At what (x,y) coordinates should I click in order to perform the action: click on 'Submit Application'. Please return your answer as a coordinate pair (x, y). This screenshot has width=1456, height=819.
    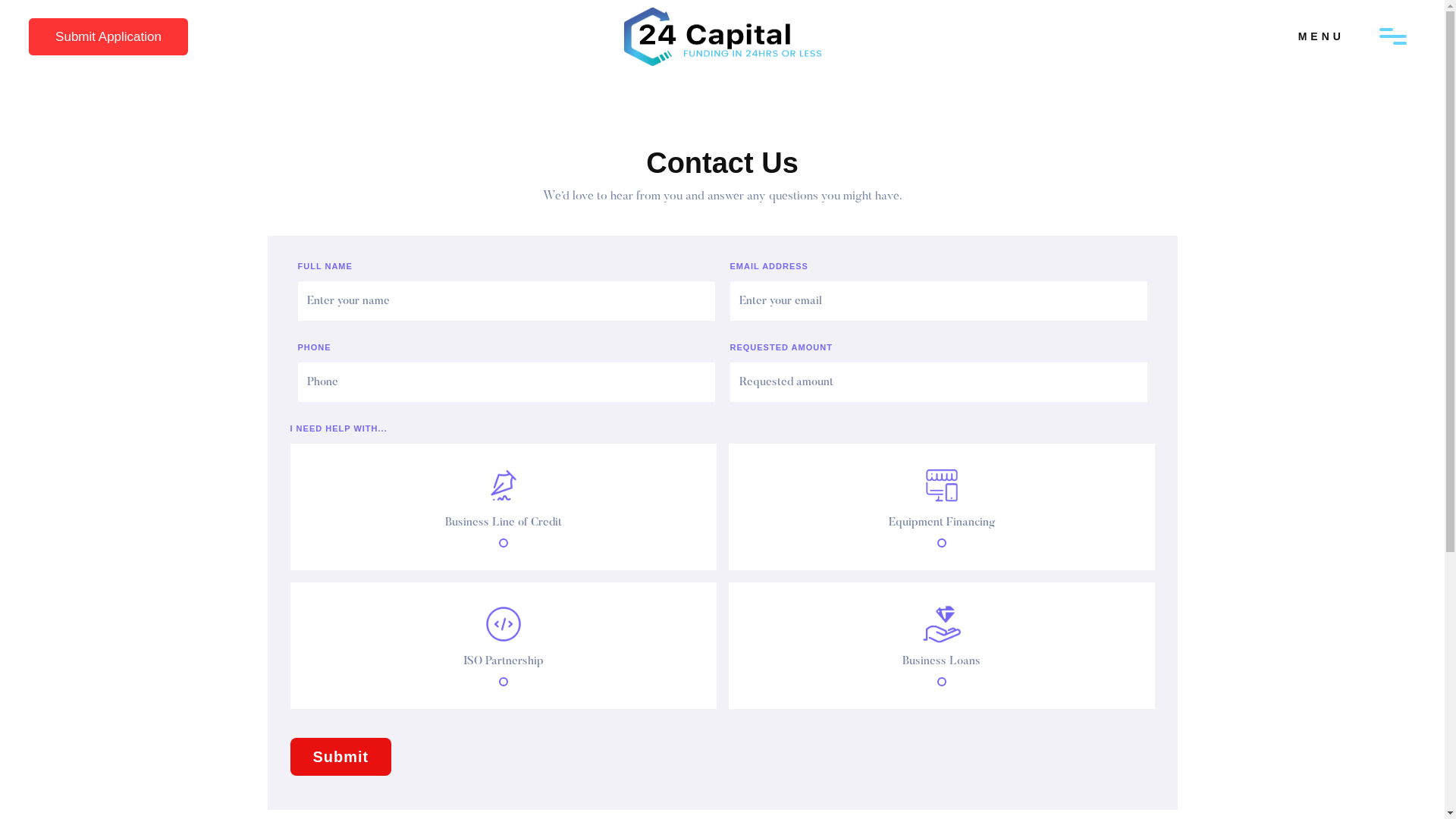
    Looking at the image, I should click on (108, 36).